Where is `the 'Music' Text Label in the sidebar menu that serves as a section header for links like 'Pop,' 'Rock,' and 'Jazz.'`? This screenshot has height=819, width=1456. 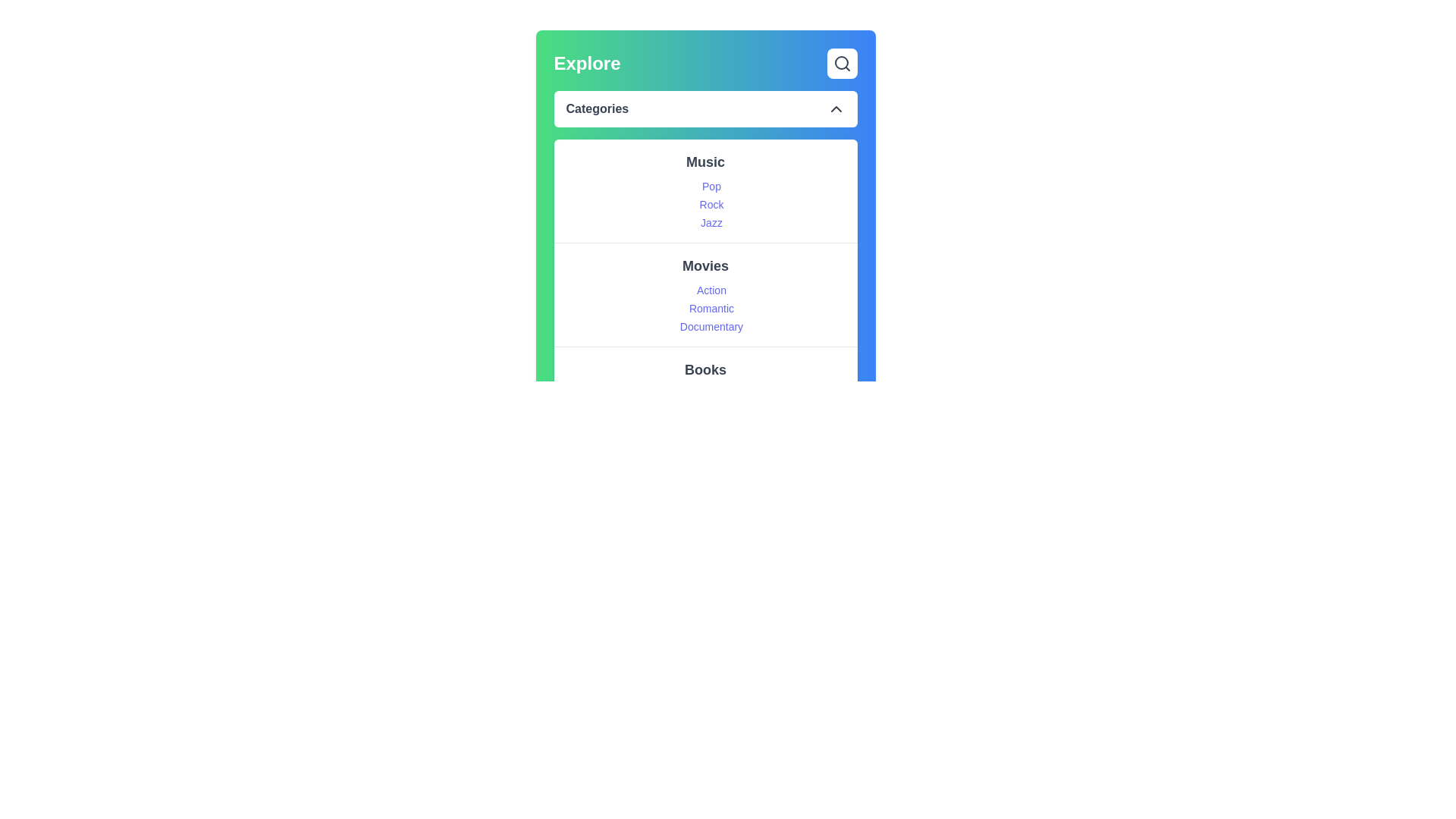
the 'Music' Text Label in the sidebar menu that serves as a section header for links like 'Pop,' 'Rock,' and 'Jazz.' is located at coordinates (704, 162).